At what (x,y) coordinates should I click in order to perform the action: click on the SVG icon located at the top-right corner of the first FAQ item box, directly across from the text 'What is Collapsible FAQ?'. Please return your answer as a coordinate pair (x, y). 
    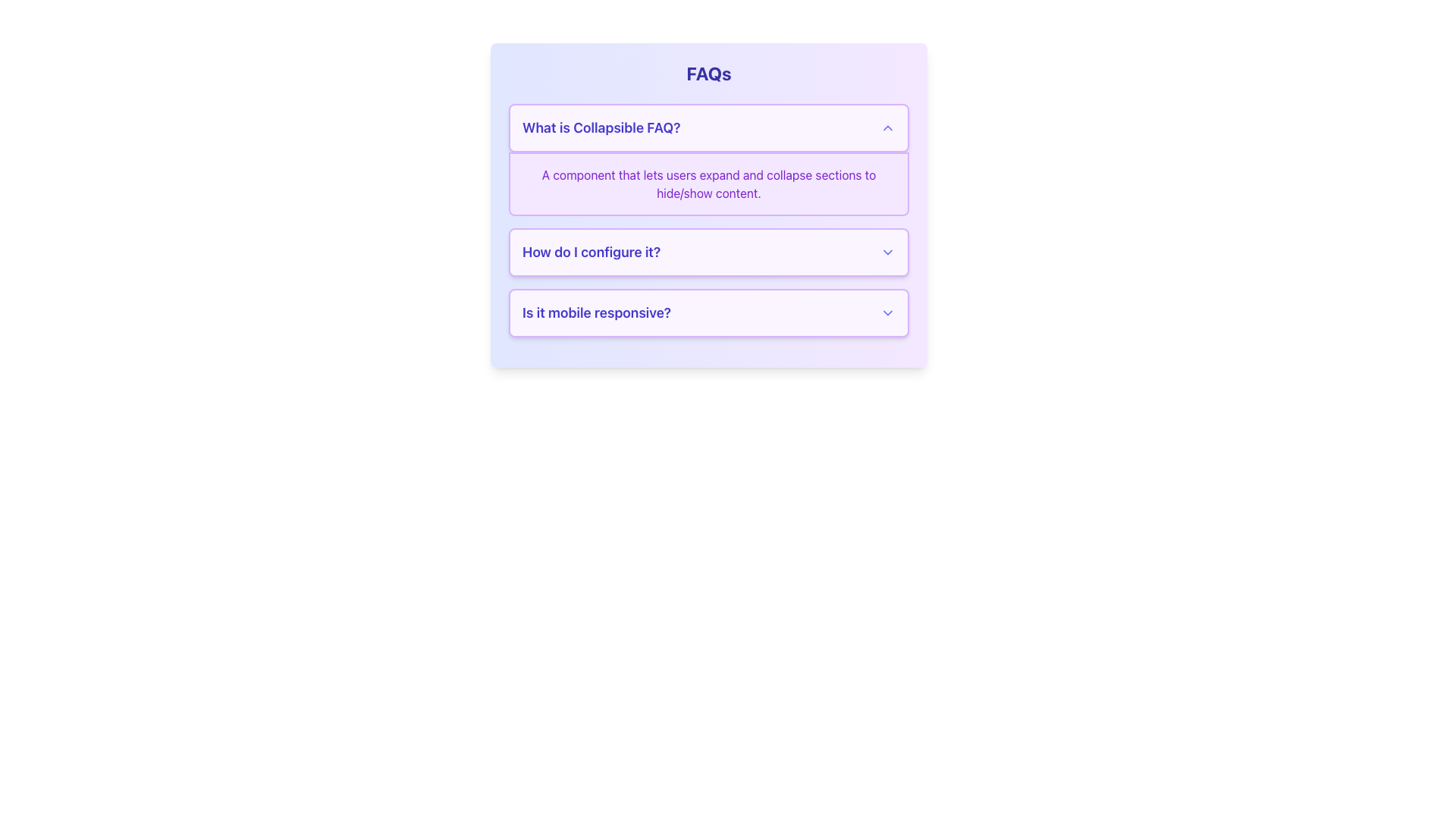
    Looking at the image, I should click on (888, 127).